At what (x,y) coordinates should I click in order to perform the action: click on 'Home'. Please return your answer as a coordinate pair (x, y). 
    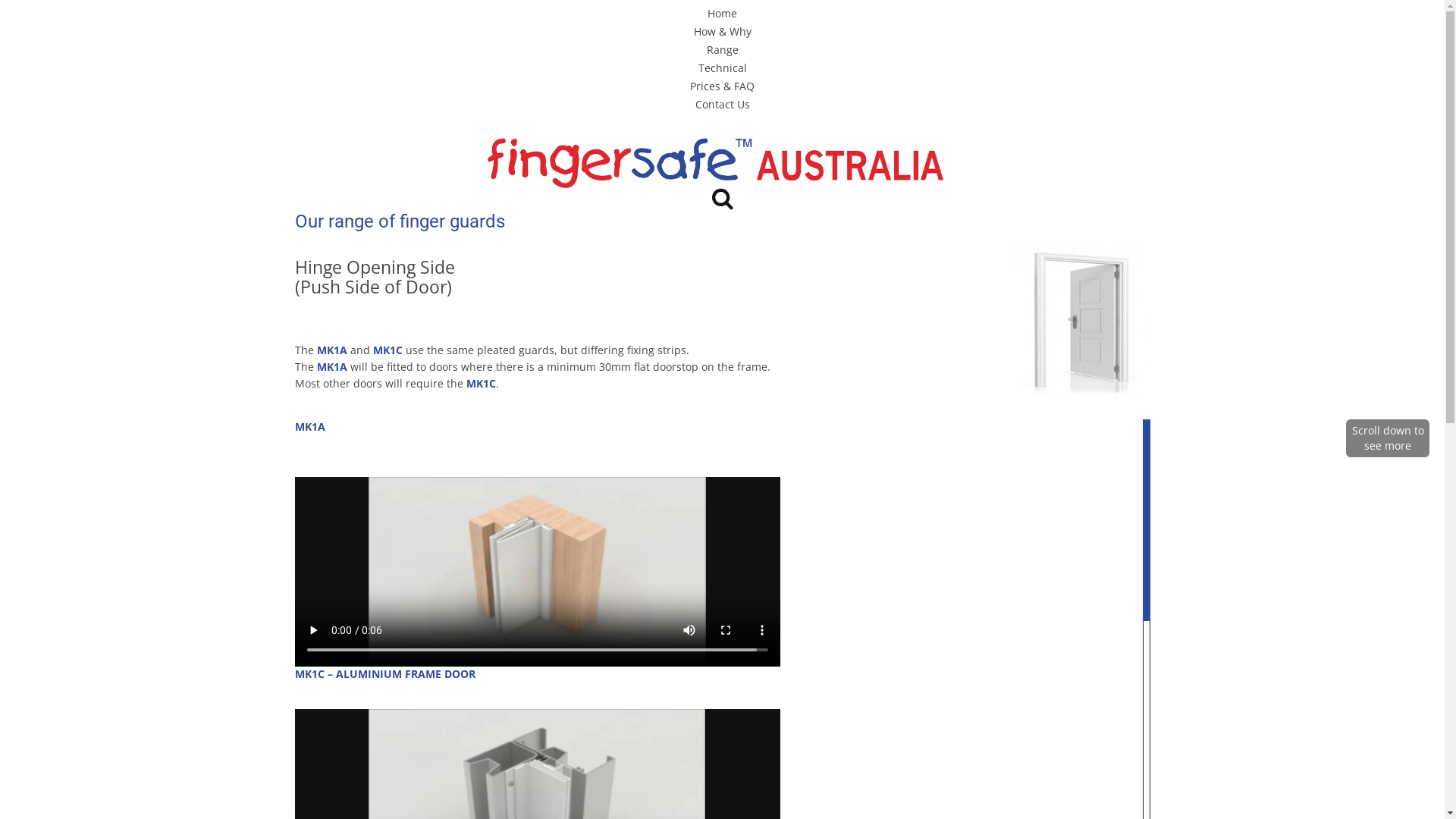
    Looking at the image, I should click on (706, 13).